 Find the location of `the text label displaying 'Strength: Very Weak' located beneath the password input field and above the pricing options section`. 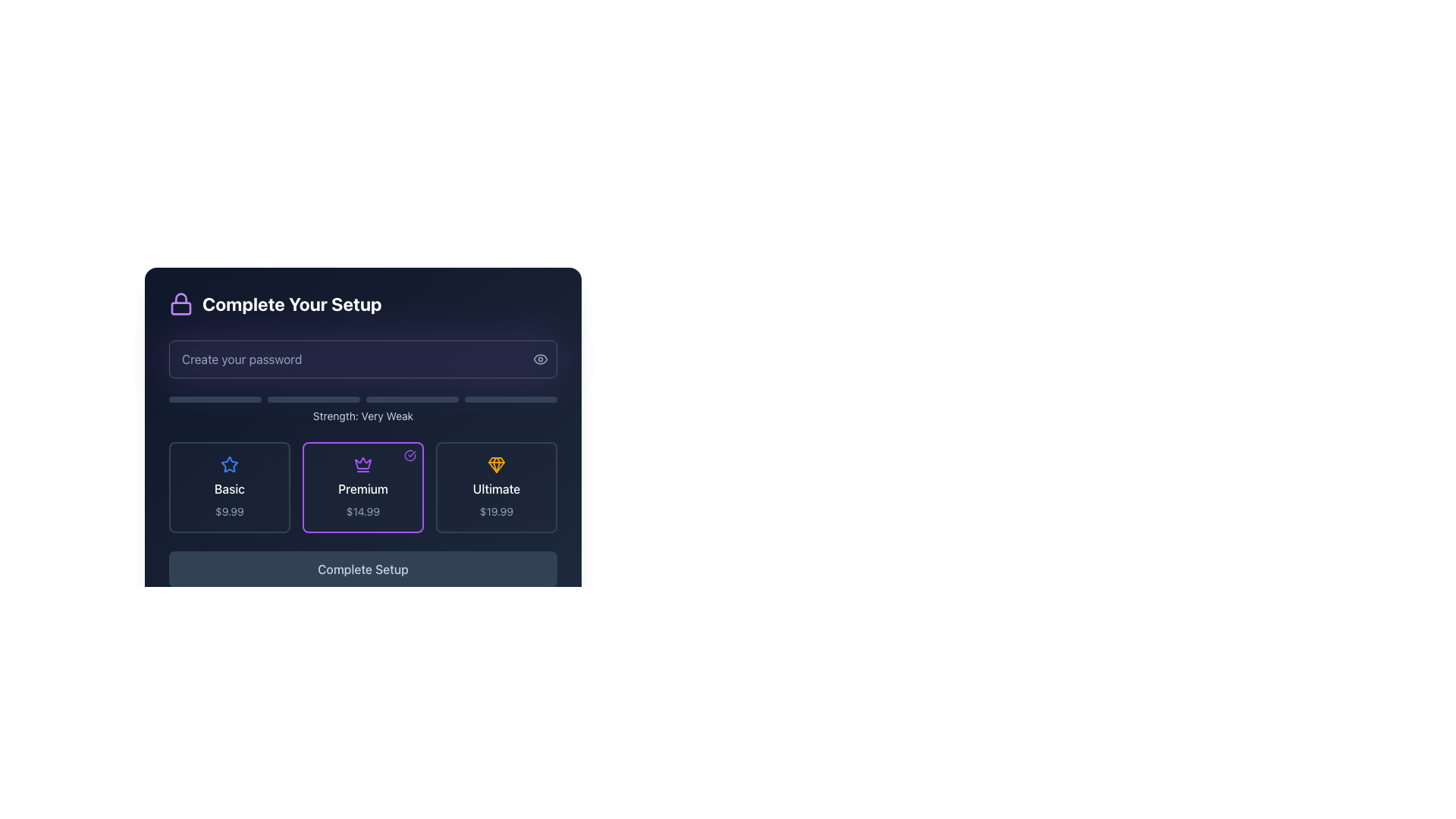

the text label displaying 'Strength: Very Weak' located beneath the password input field and above the pricing options section is located at coordinates (362, 409).